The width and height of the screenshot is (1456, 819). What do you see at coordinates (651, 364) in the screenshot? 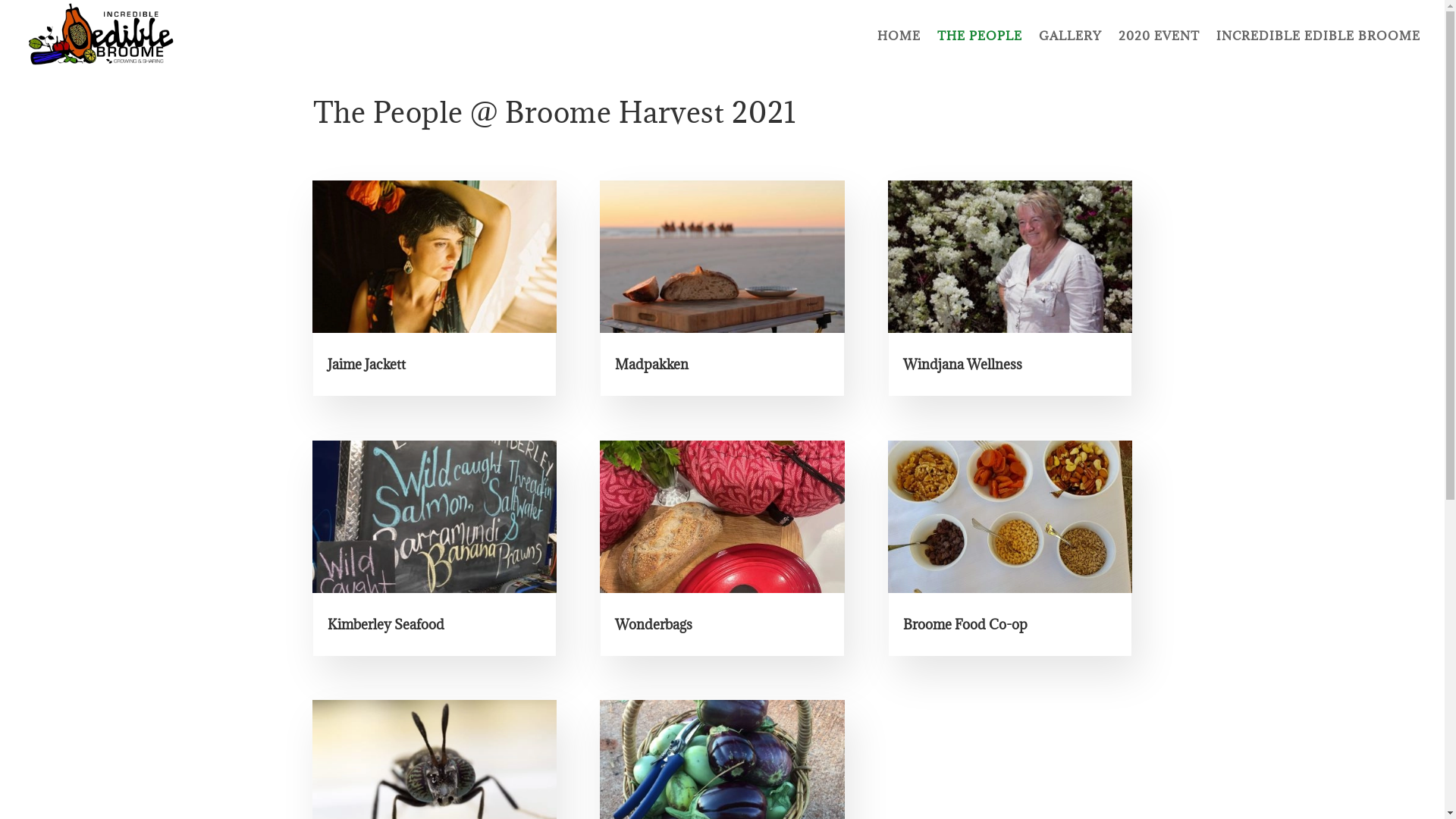
I see `'Madpakken'` at bounding box center [651, 364].